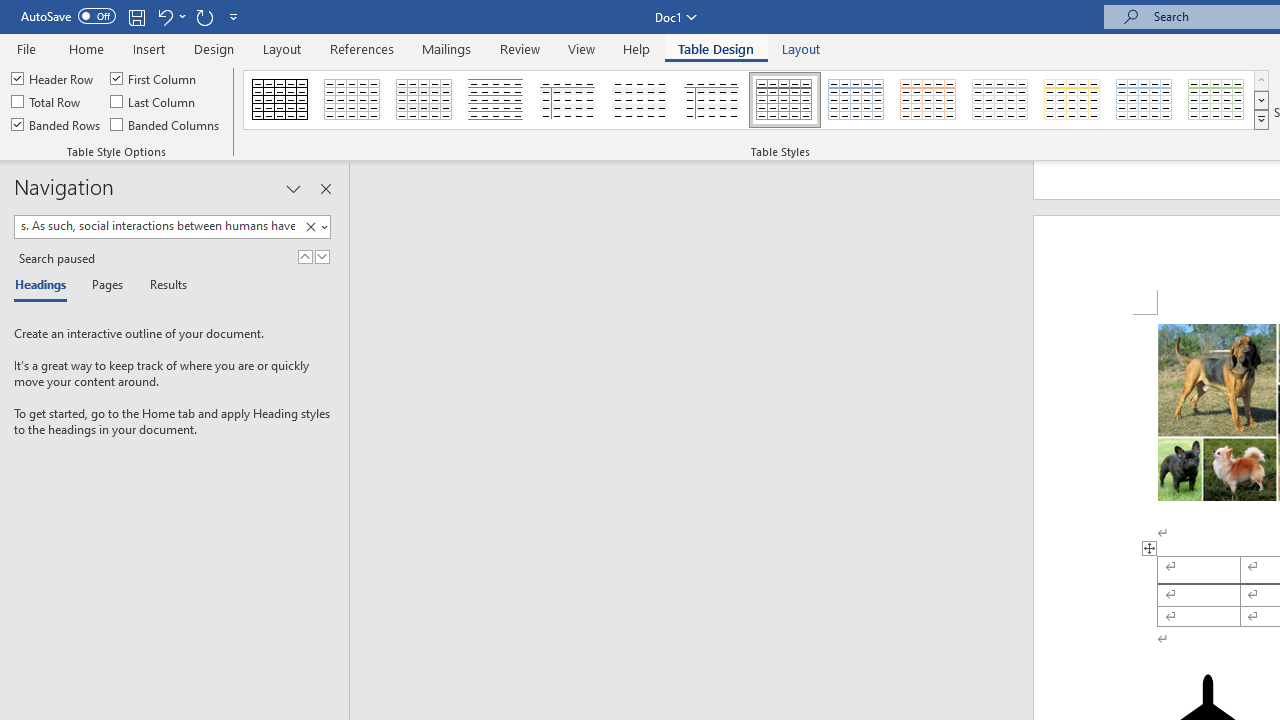 The image size is (1280, 720). Describe the element at coordinates (856, 100) in the screenshot. I see `'Grid Table 1 Light - Accent 1'` at that location.